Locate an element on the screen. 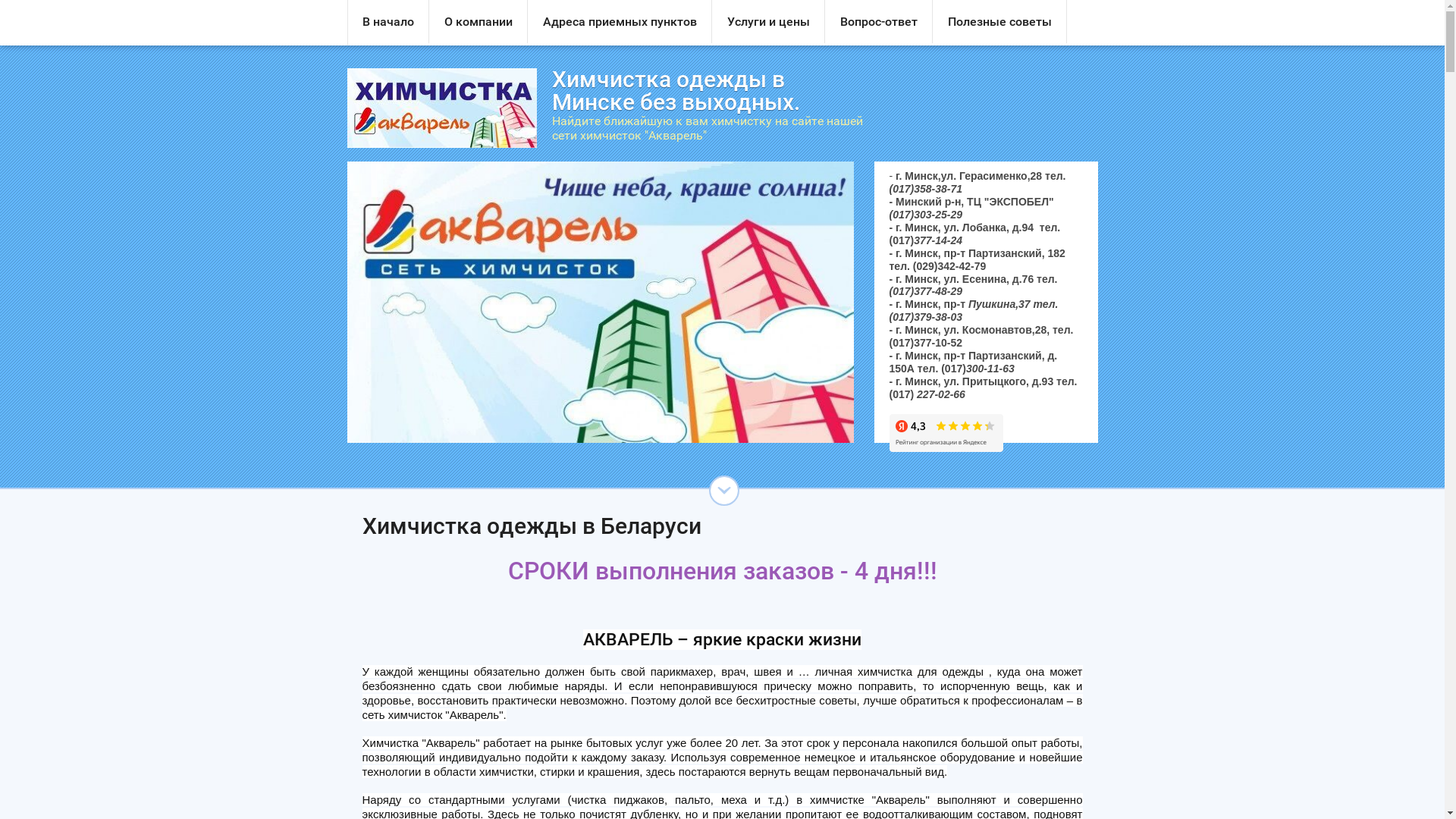 This screenshot has width=1456, height=819. '(017)377-14-24' is located at coordinates (924, 239).